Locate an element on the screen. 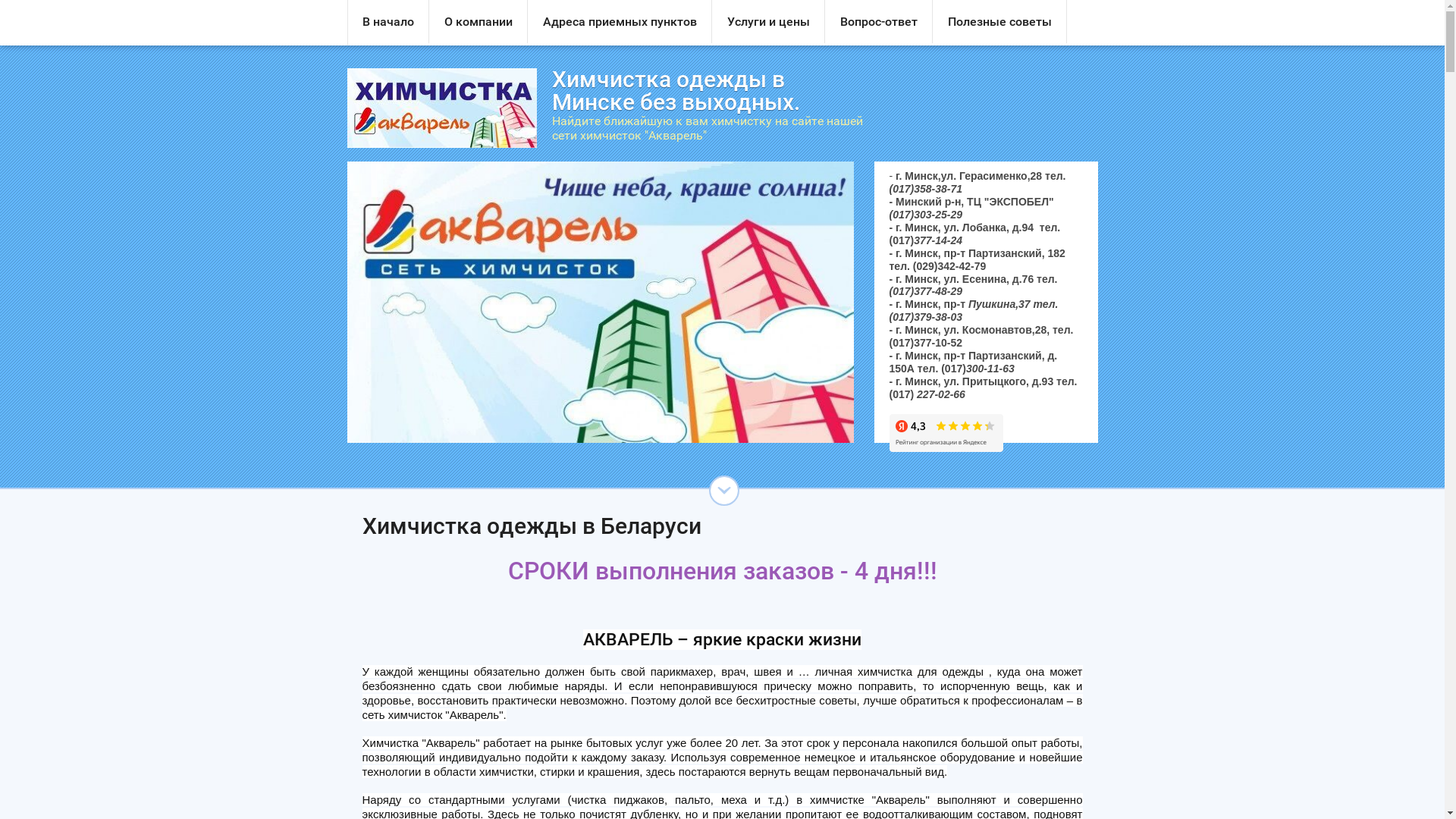 This screenshot has width=1456, height=819. '(017)377-14-24' is located at coordinates (924, 239).